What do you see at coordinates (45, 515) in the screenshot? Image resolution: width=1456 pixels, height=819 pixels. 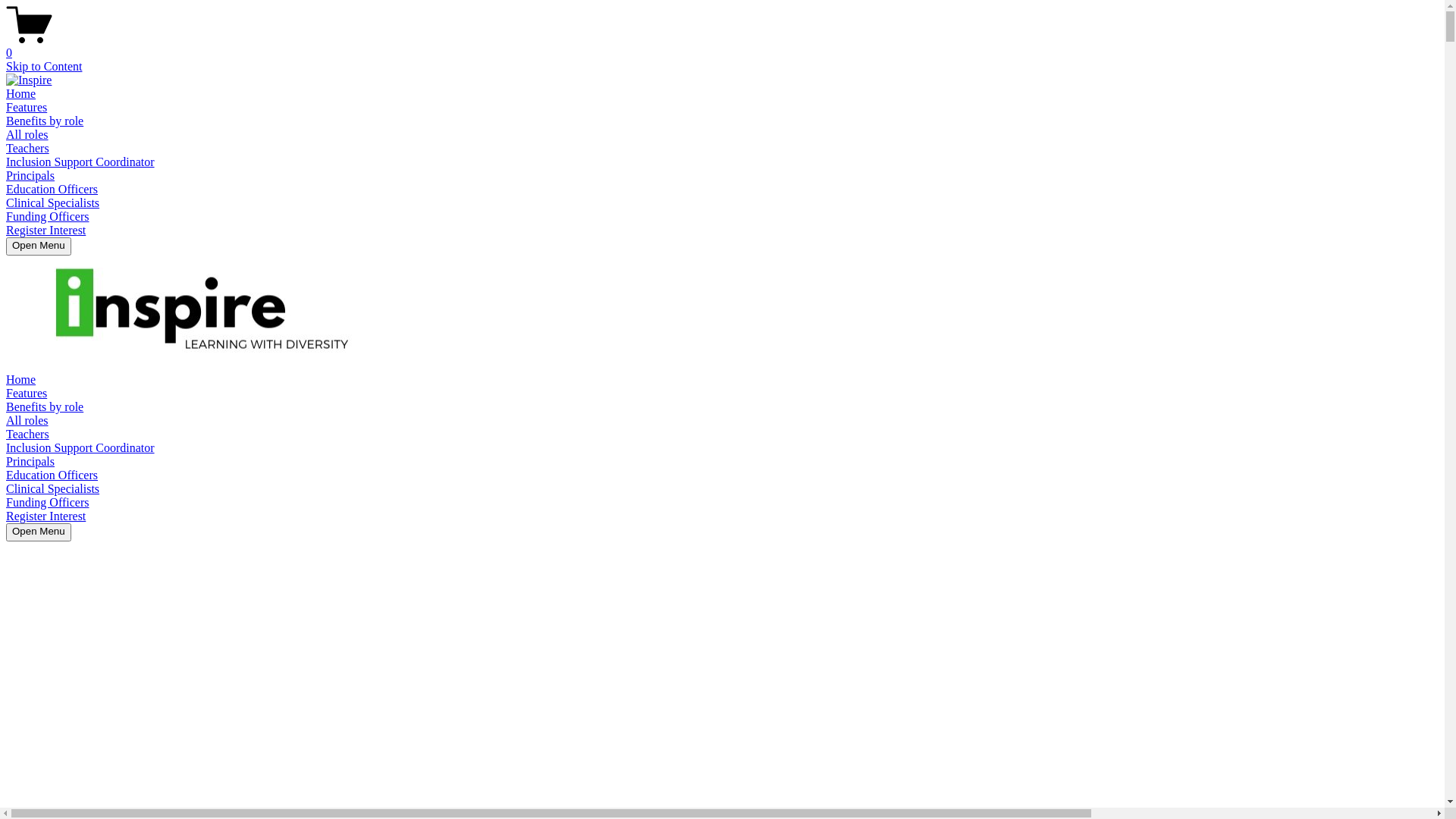 I see `'Register Interest'` at bounding box center [45, 515].